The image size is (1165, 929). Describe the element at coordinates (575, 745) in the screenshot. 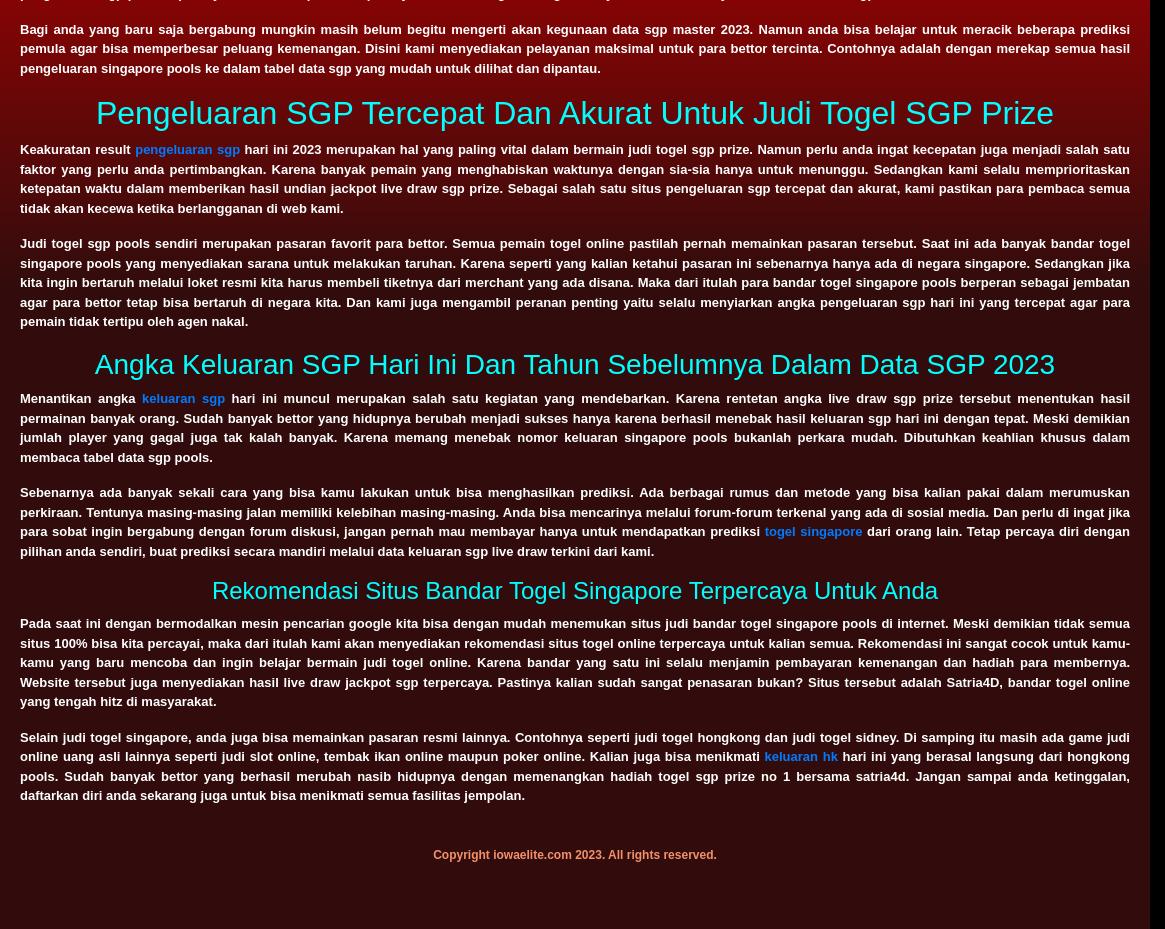

I see `'Selain judi togel singapore, anda juga bisa memainkan pasaran resmi lainnya. Contohnya seperti judi togel hongkong dan judi togel sidney. Di samping itu masih ada game judi online uang asli lainnya seperti judi slot online, tembak ikan online maupun poker online. Kalian juga bisa menikmati'` at that location.